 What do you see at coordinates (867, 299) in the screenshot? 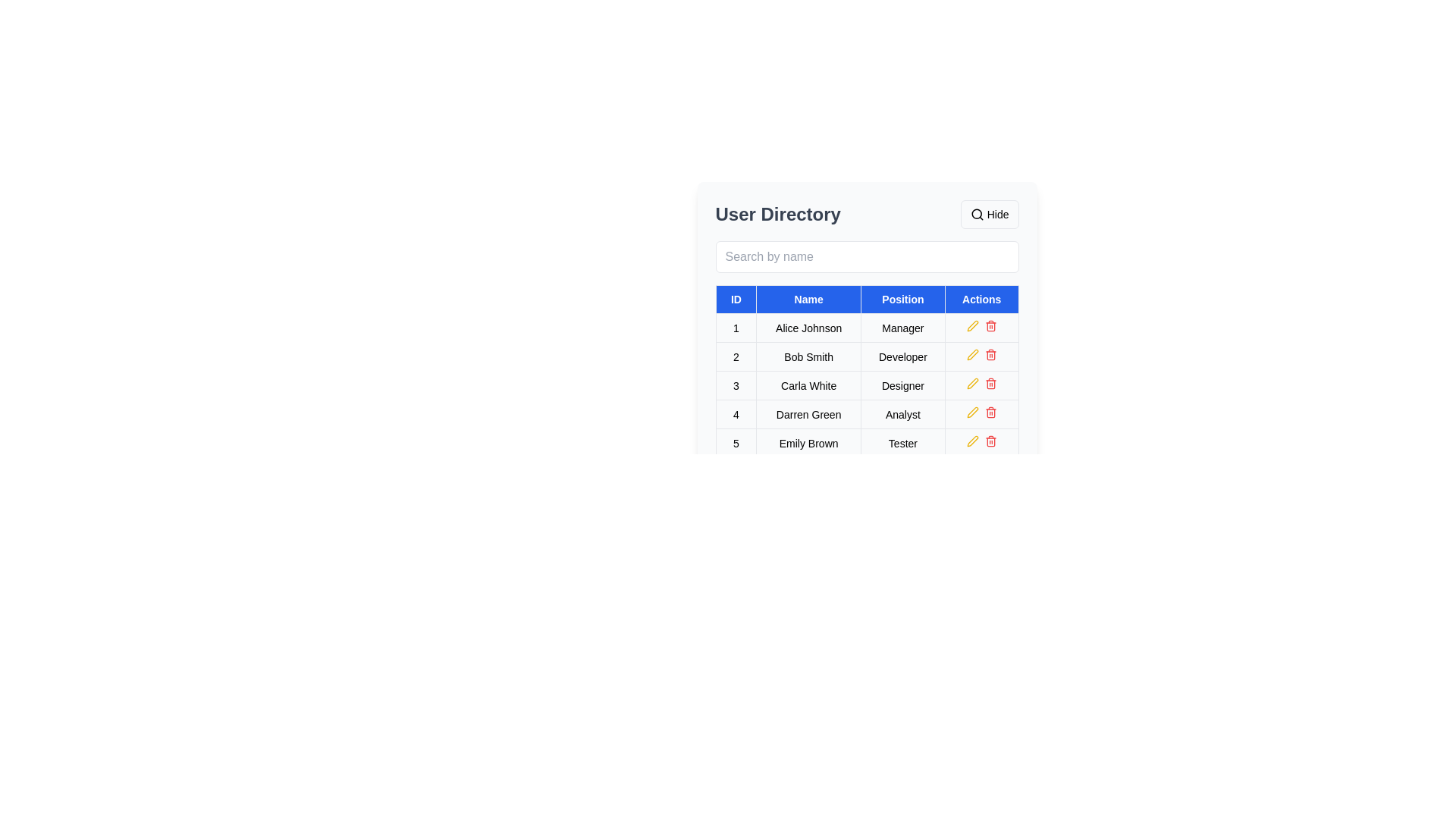
I see `text content of the Table Header Row, which includes labels for 'ID', 'Name', 'Position', and 'Actions'` at bounding box center [867, 299].